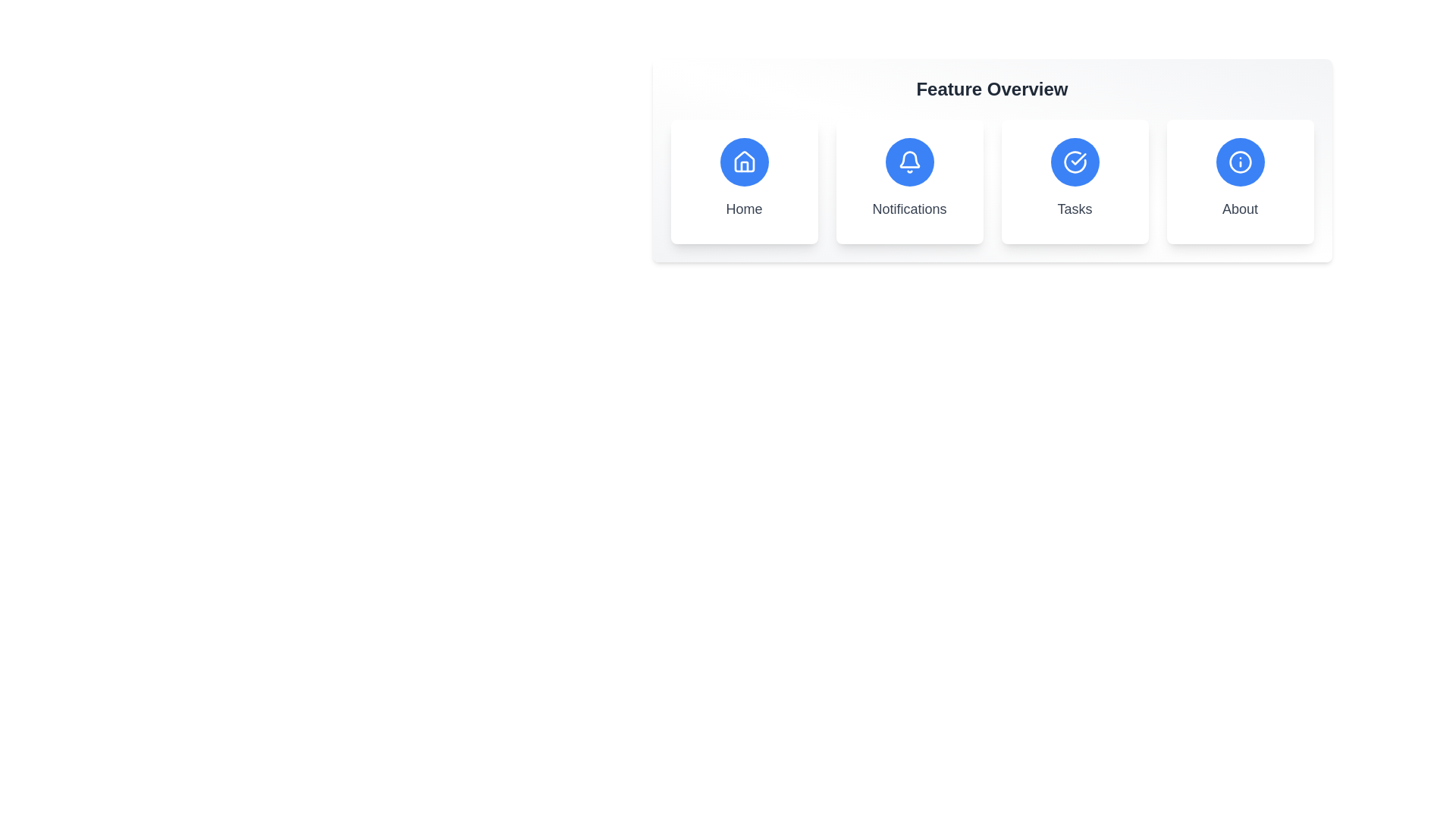 The image size is (1456, 819). Describe the element at coordinates (1074, 180) in the screenshot. I see `the 'Tasks' card, which is the third card from the left in a grid of four cards` at that location.